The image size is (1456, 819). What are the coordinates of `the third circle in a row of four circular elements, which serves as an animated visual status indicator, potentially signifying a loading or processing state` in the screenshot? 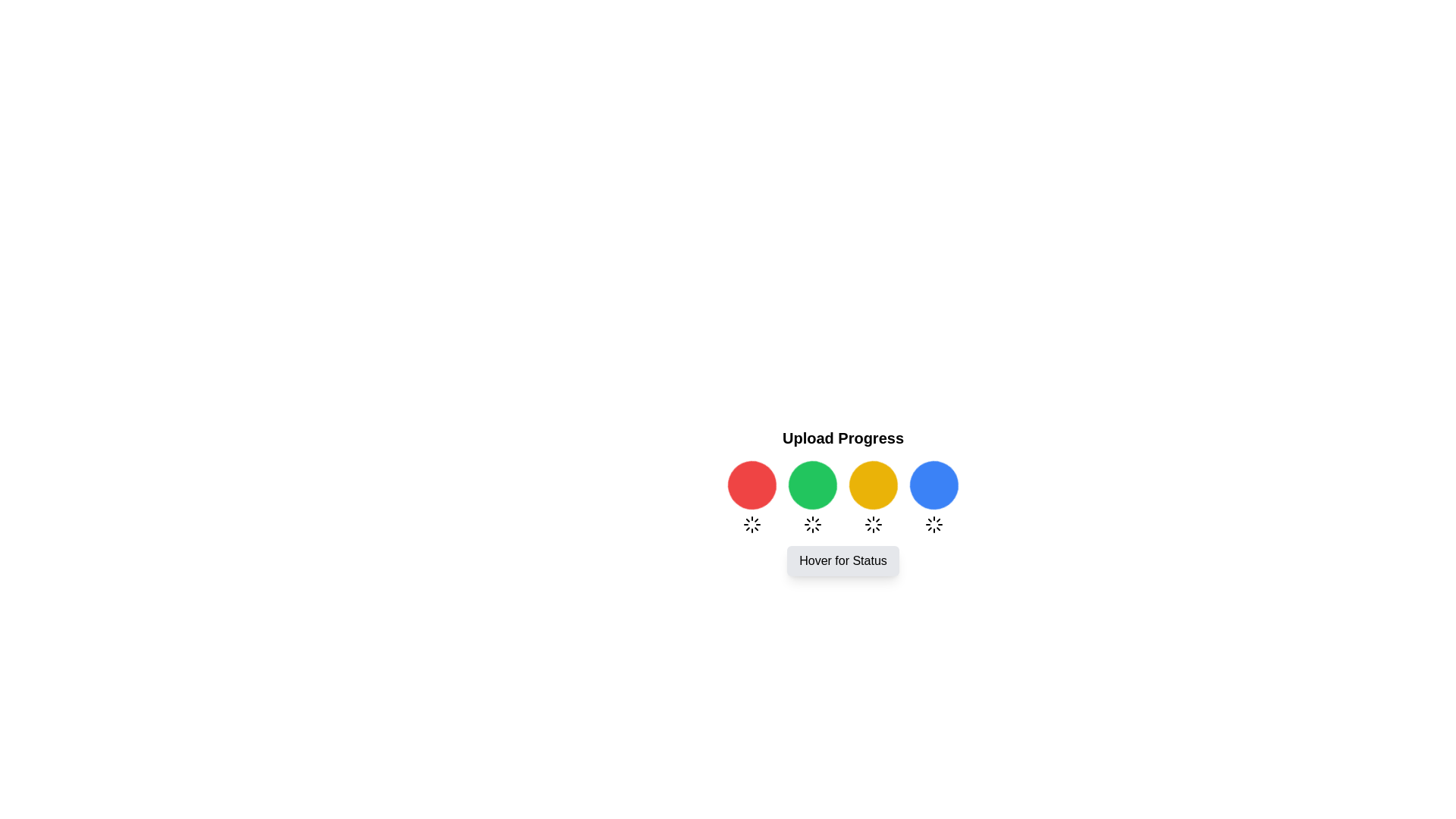 It's located at (874, 485).